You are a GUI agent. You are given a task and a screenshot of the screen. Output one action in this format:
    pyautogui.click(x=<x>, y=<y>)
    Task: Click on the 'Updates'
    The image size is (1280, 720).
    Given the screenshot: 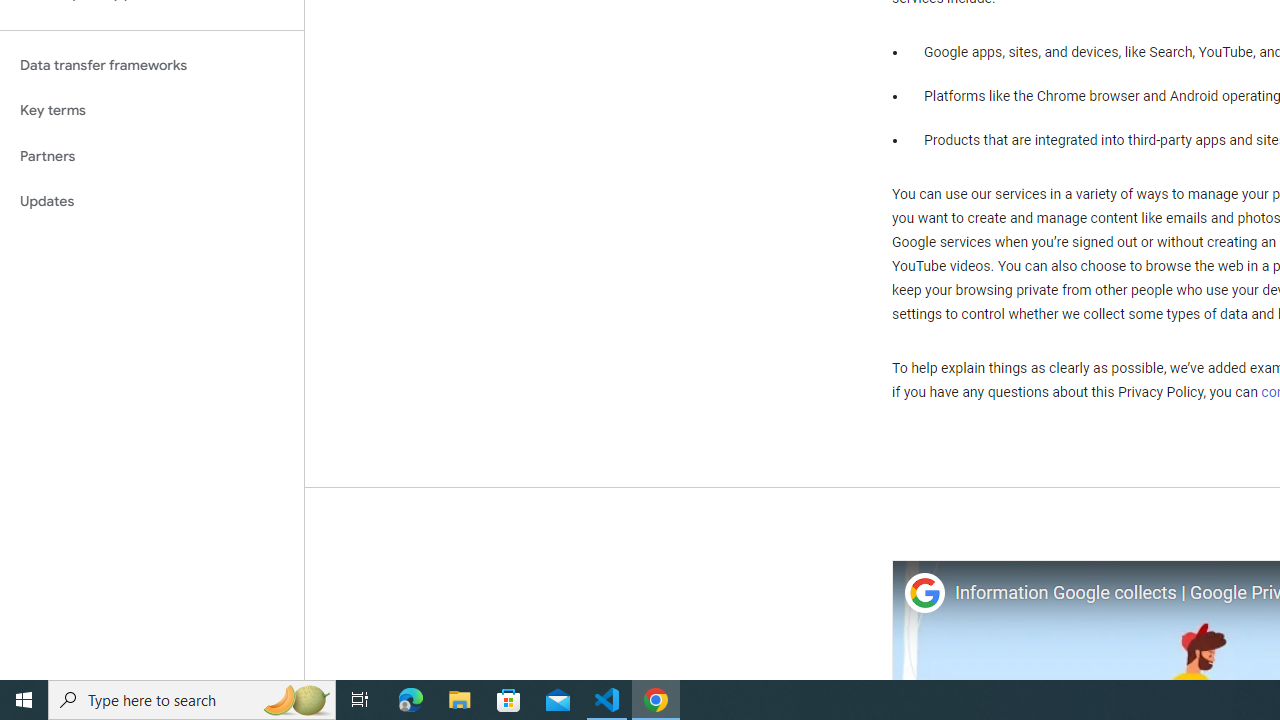 What is the action you would take?
    pyautogui.click(x=151, y=201)
    